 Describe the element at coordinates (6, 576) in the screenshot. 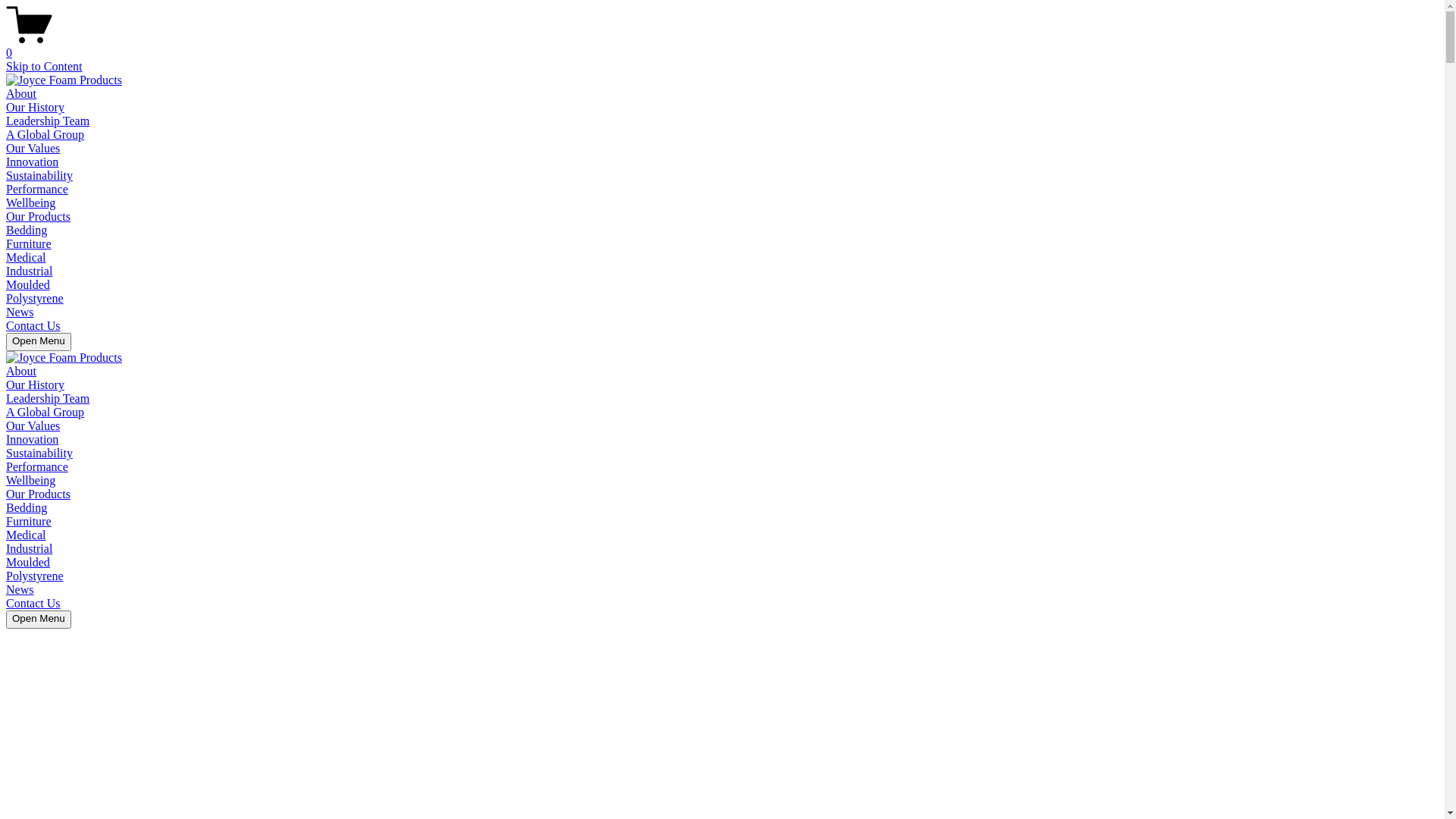

I see `'Polystyrene'` at that location.